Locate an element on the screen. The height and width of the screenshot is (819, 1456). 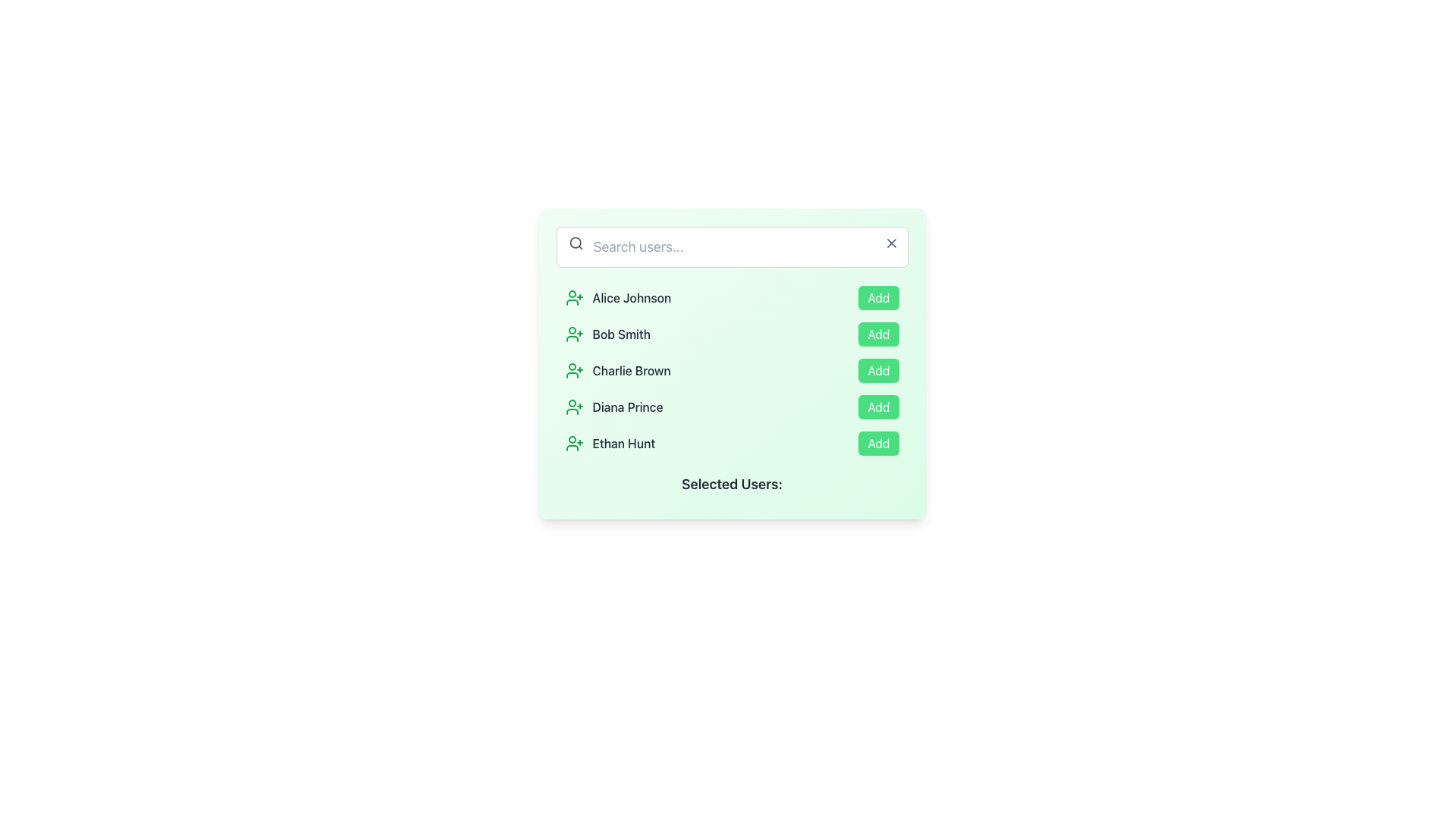
the icon for user addition associated with 'Diana Prince' is located at coordinates (573, 406).